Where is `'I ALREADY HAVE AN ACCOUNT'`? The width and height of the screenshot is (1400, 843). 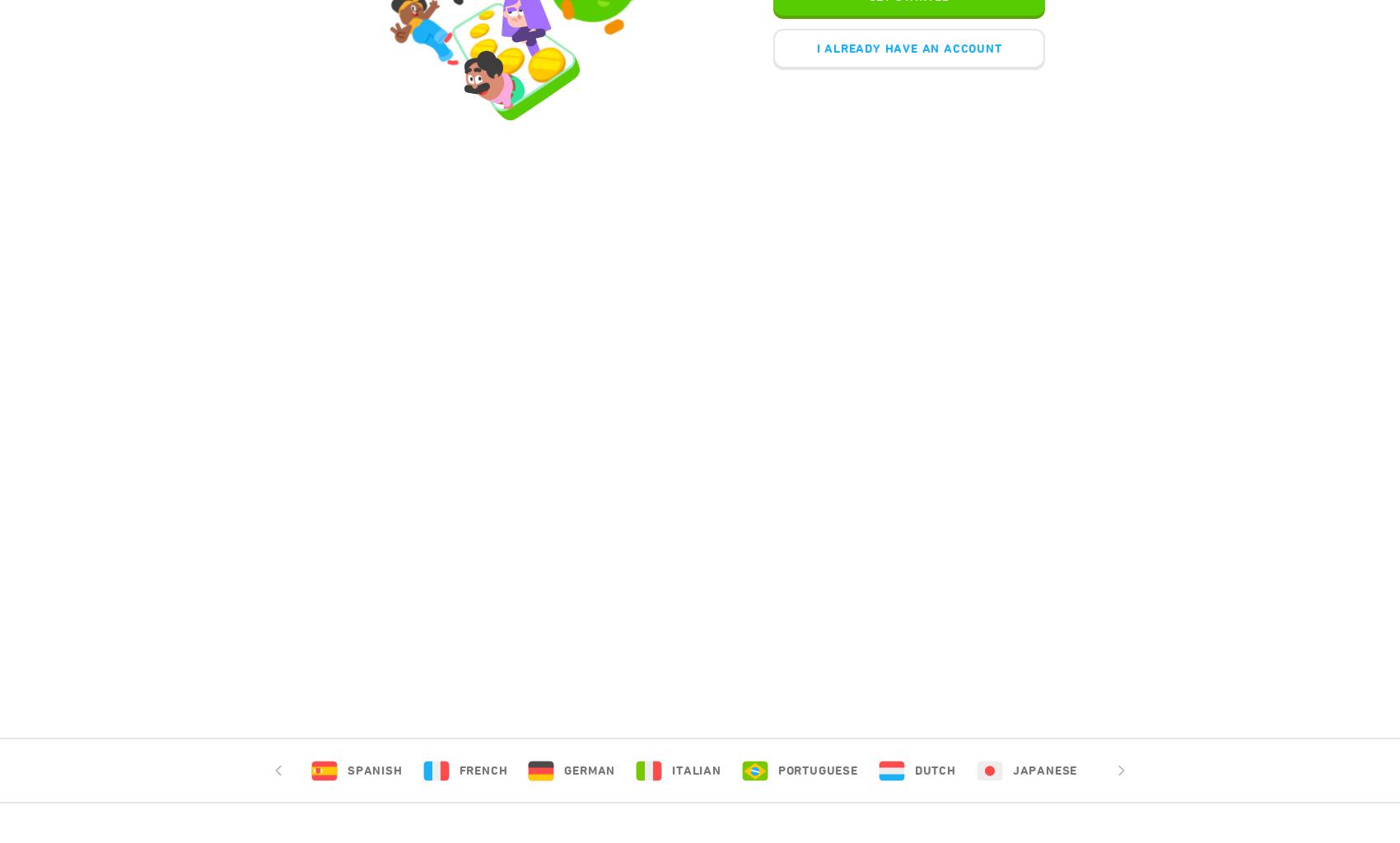
'I ALREADY HAVE AN ACCOUNT' is located at coordinates (814, 47).